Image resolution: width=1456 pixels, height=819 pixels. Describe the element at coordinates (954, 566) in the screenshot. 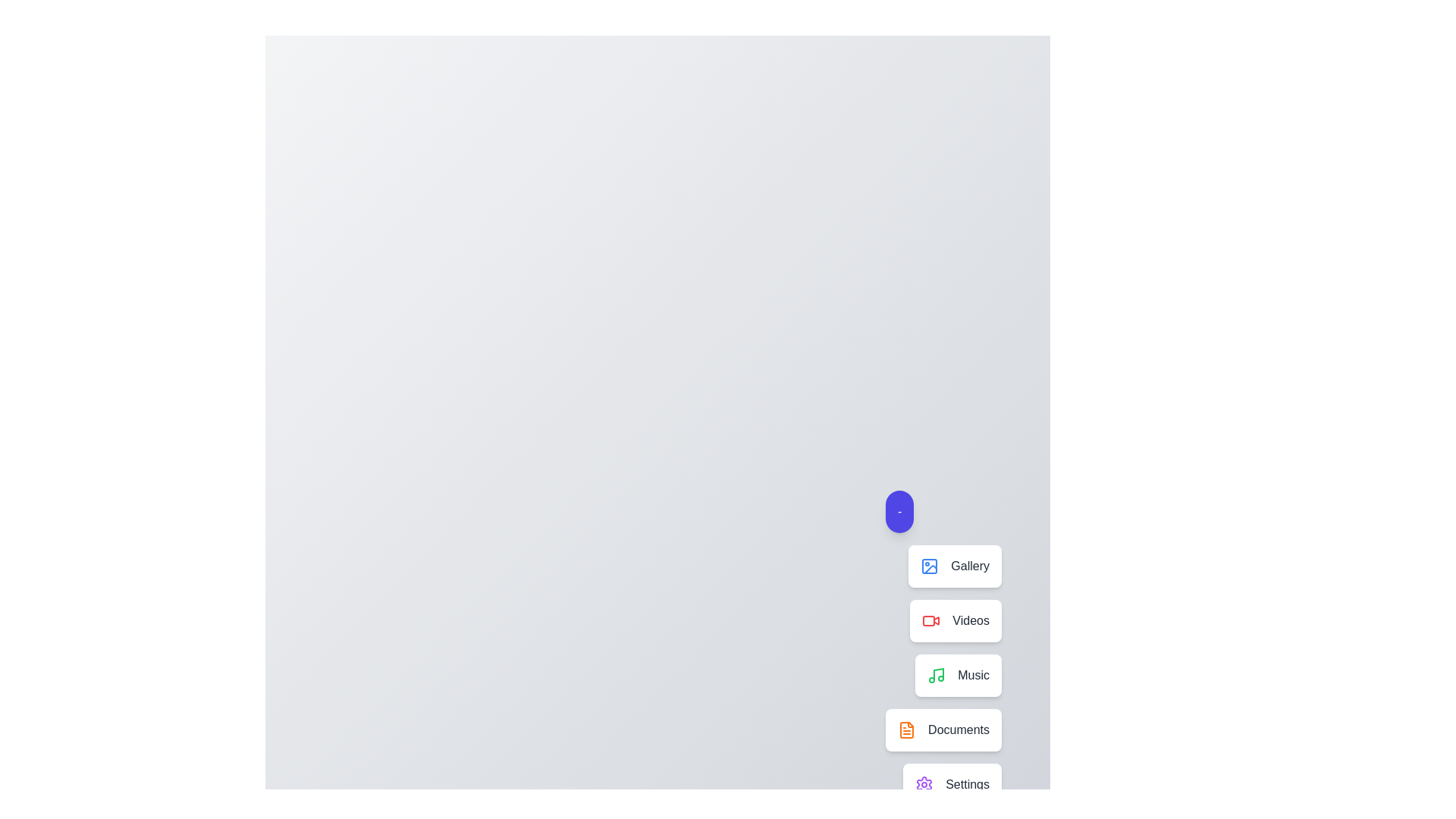

I see `the menu item labeled 'Gallery' to observe its hover animation` at that location.